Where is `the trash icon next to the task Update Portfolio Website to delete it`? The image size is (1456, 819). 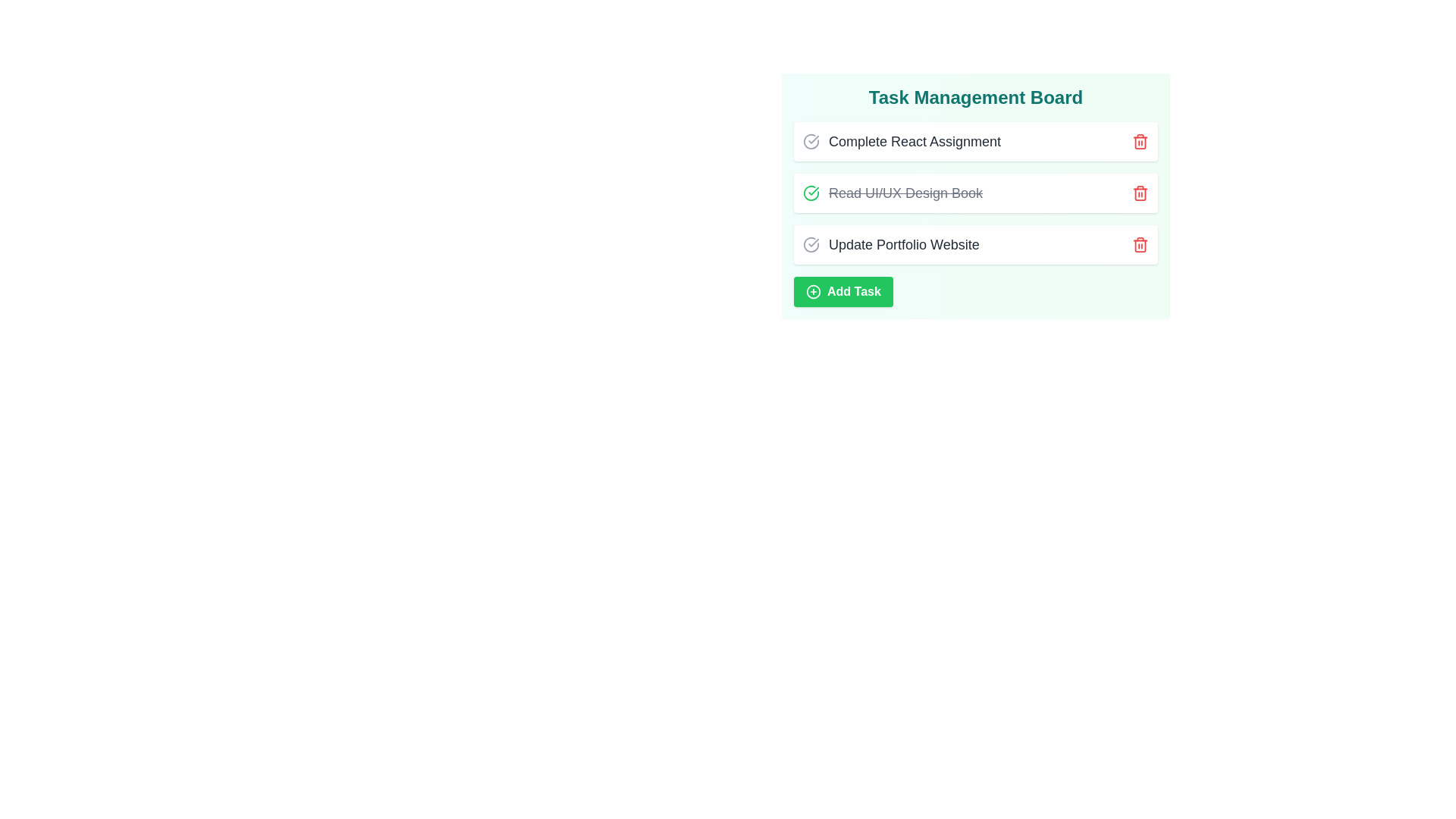 the trash icon next to the task Update Portfolio Website to delete it is located at coordinates (1140, 244).